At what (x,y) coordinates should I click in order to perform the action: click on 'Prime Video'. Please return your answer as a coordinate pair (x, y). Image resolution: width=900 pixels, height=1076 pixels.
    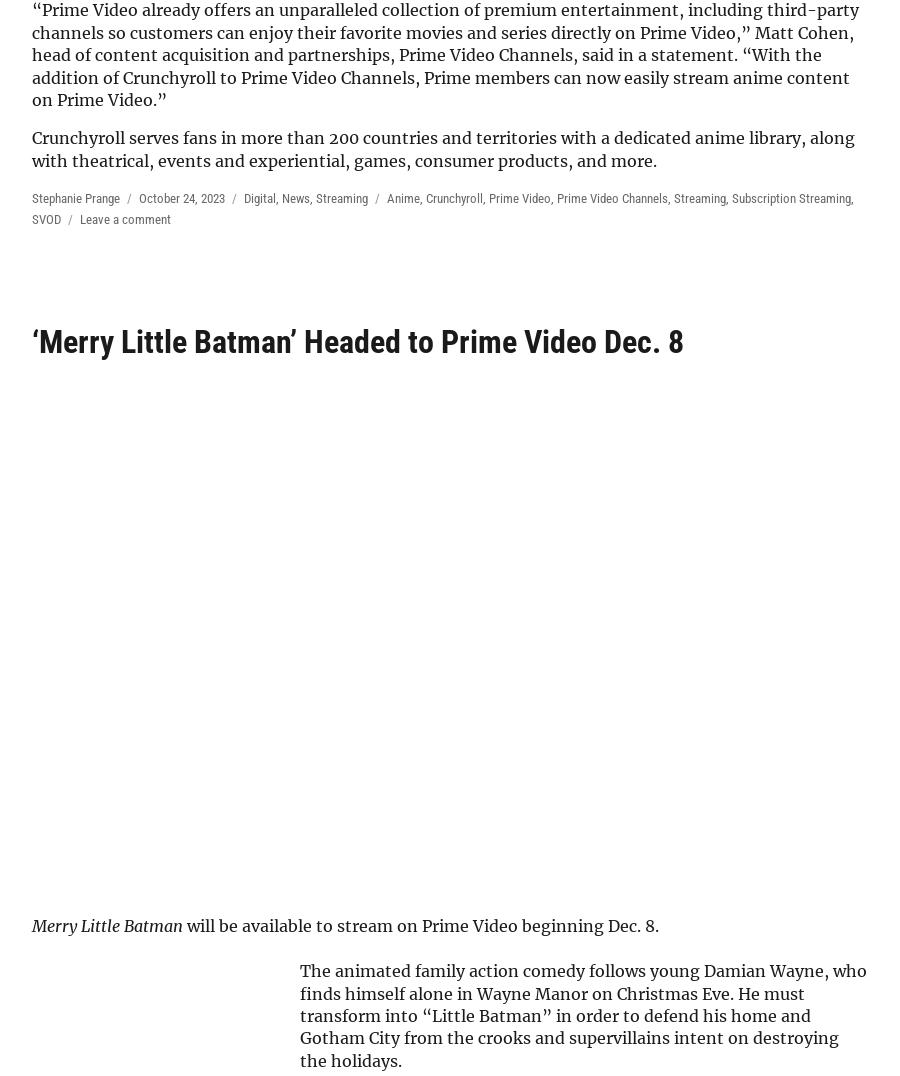
    Looking at the image, I should click on (519, 197).